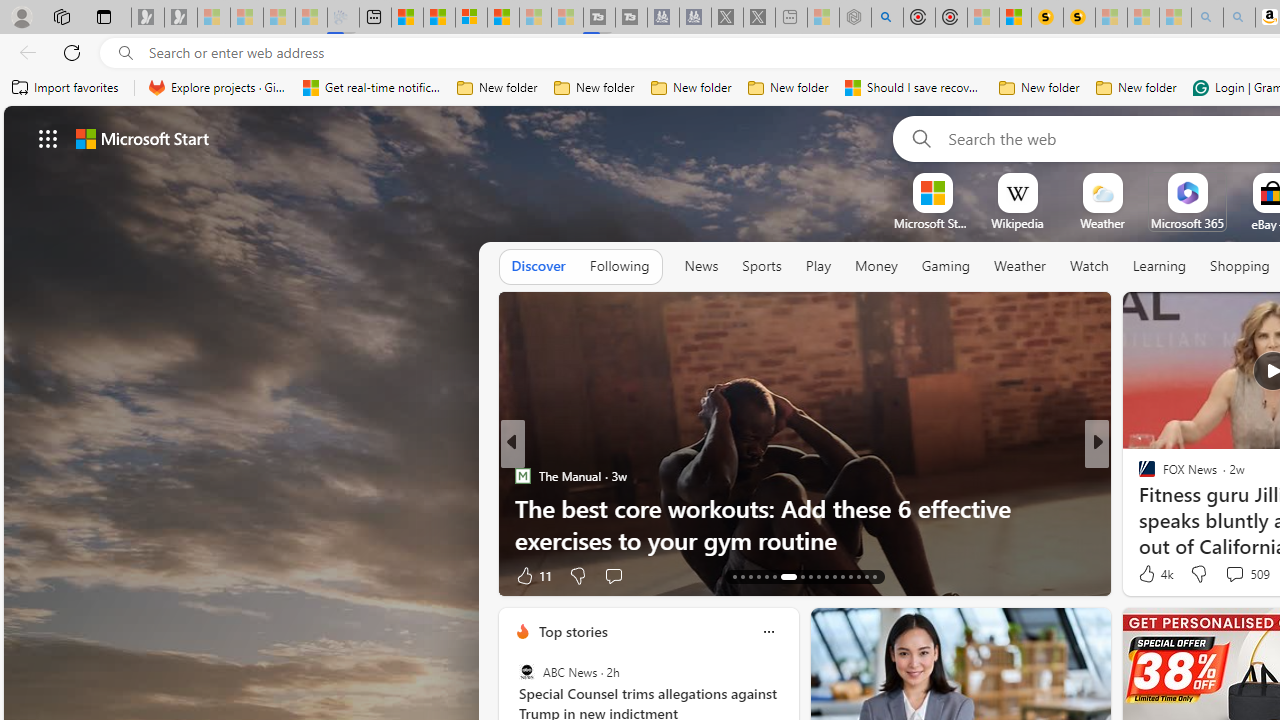  I want to click on 'Watch', so click(1088, 265).